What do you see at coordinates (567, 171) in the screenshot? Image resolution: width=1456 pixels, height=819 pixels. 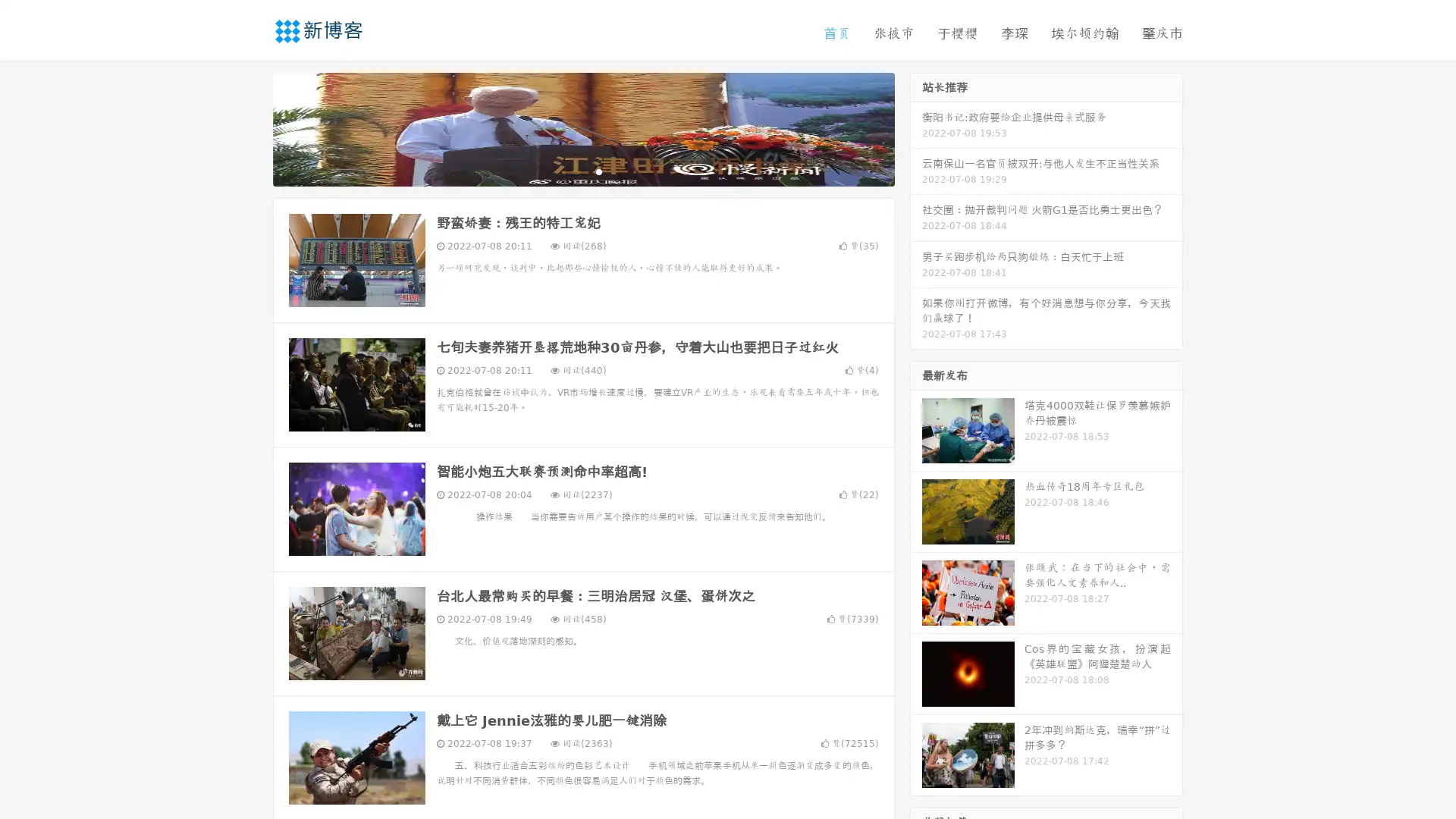 I see `Go to slide 1` at bounding box center [567, 171].